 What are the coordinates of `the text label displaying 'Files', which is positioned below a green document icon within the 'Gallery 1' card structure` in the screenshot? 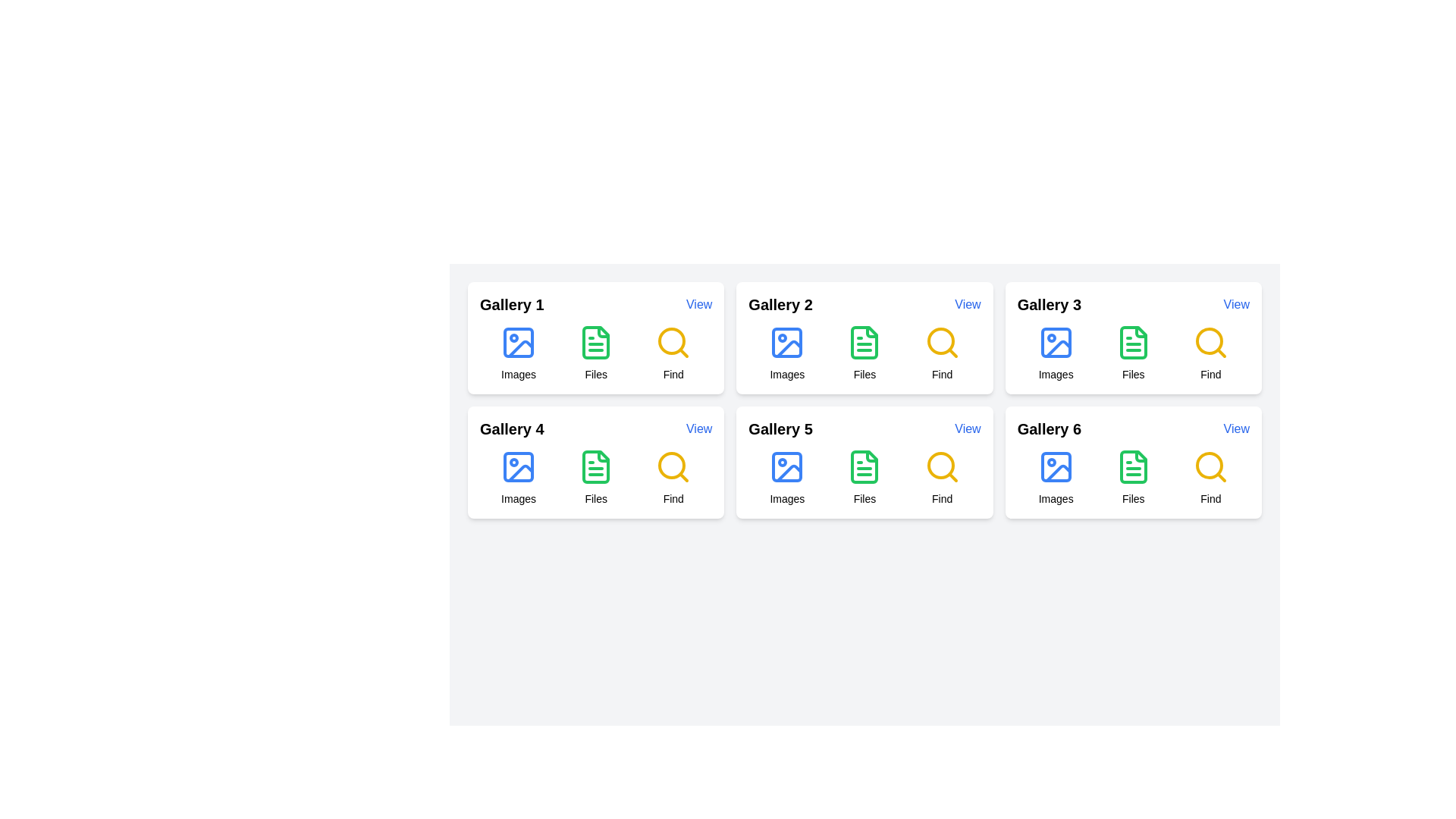 It's located at (595, 374).